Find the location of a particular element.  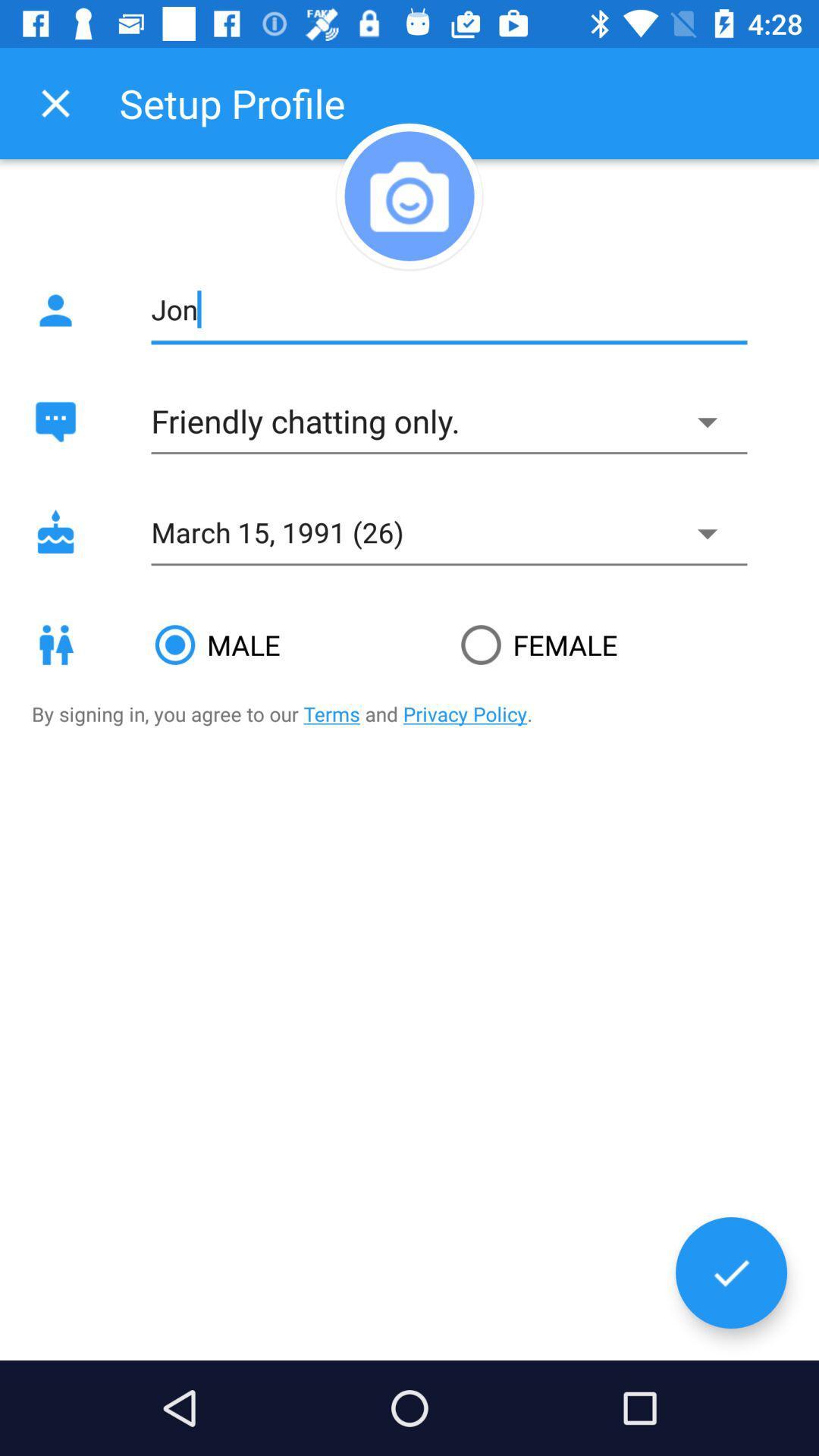

photo is located at coordinates (409, 195).